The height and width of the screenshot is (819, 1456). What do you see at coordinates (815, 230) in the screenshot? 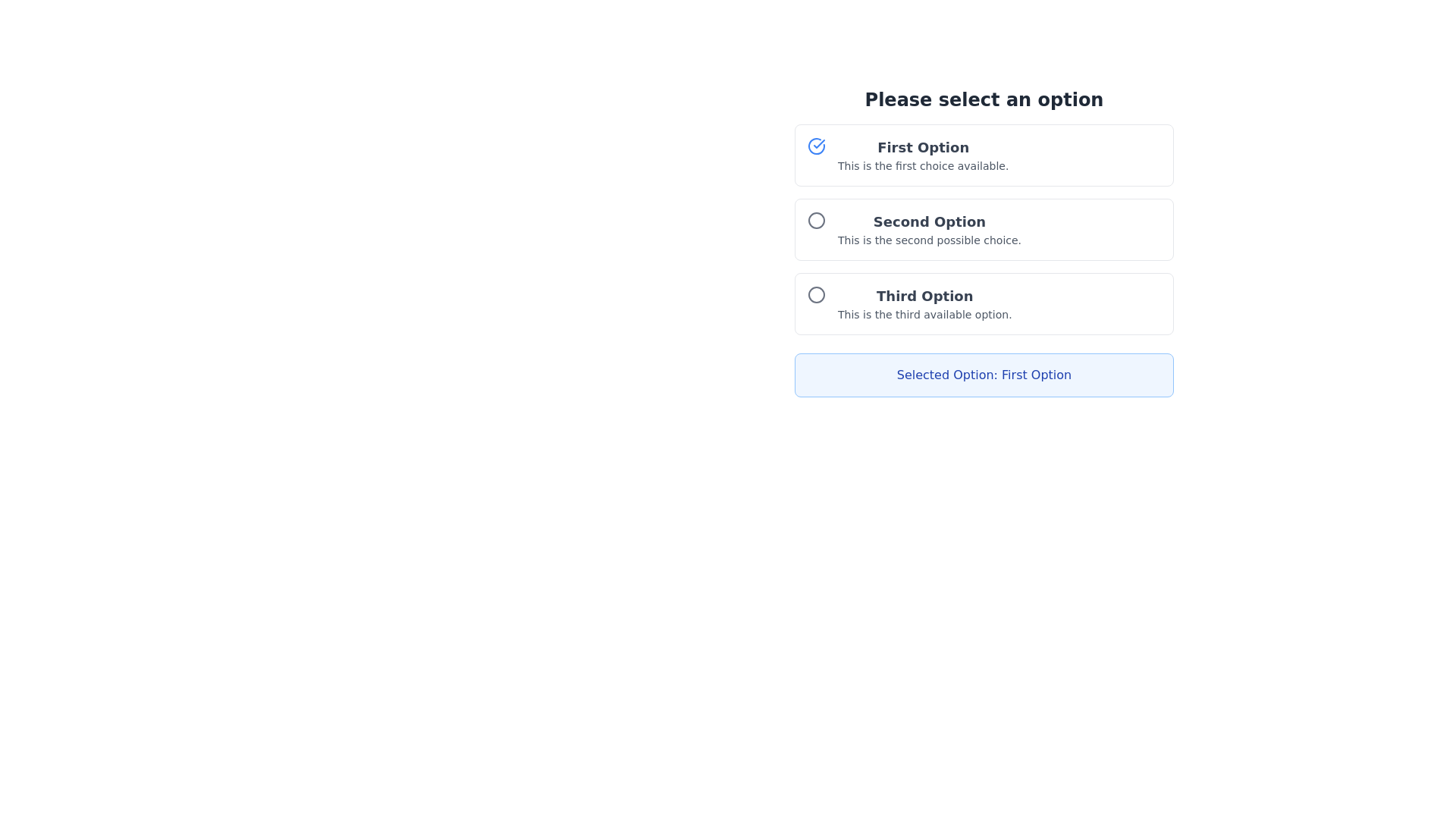
I see `the unselected Radio Button Icon located to the left of the text 'Second Option' in the user interface` at bounding box center [815, 230].